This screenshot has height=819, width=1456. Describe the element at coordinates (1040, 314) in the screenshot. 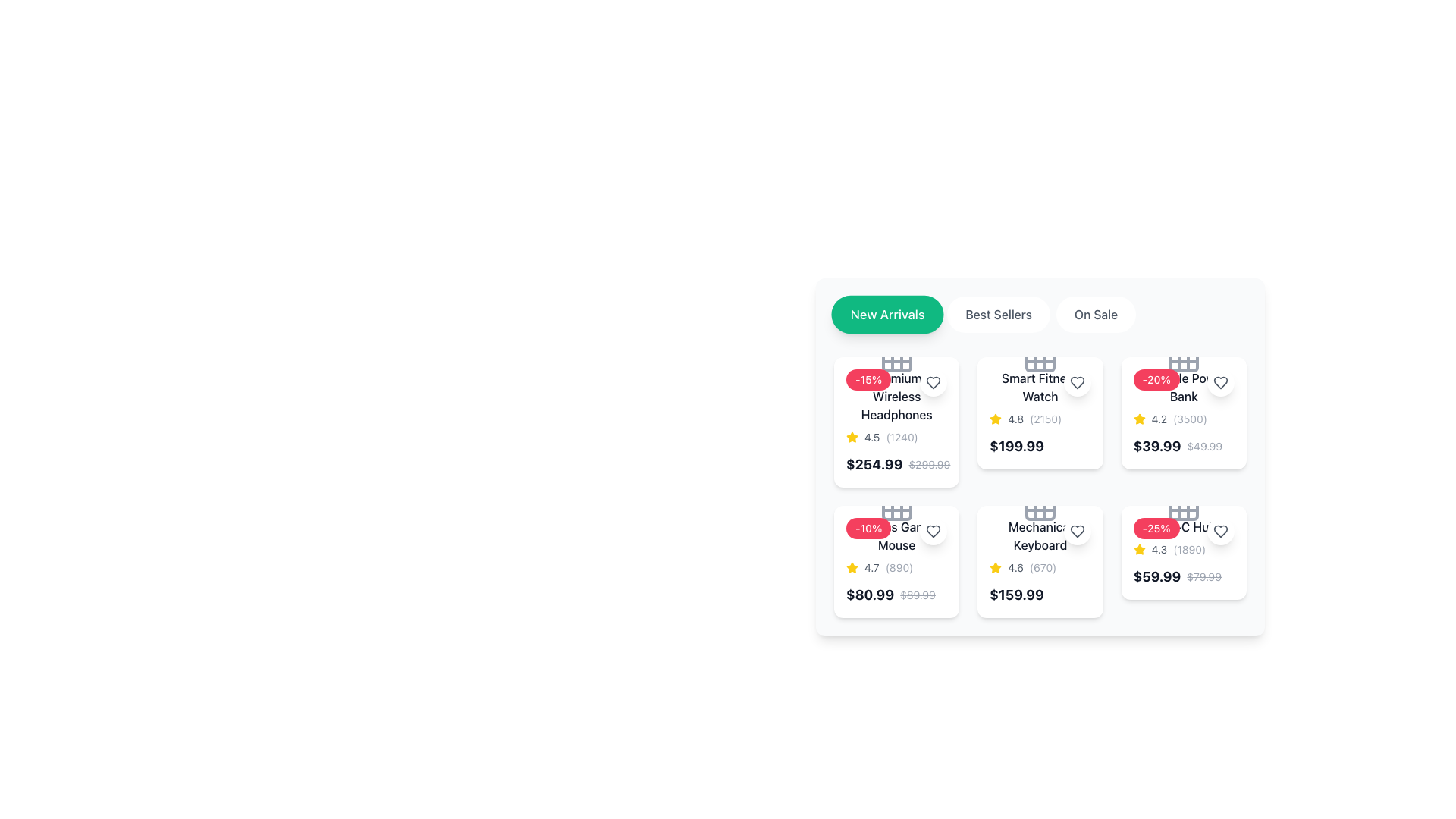

I see `the 'Best Sellers' button on the segmented control bar to filter products` at that location.